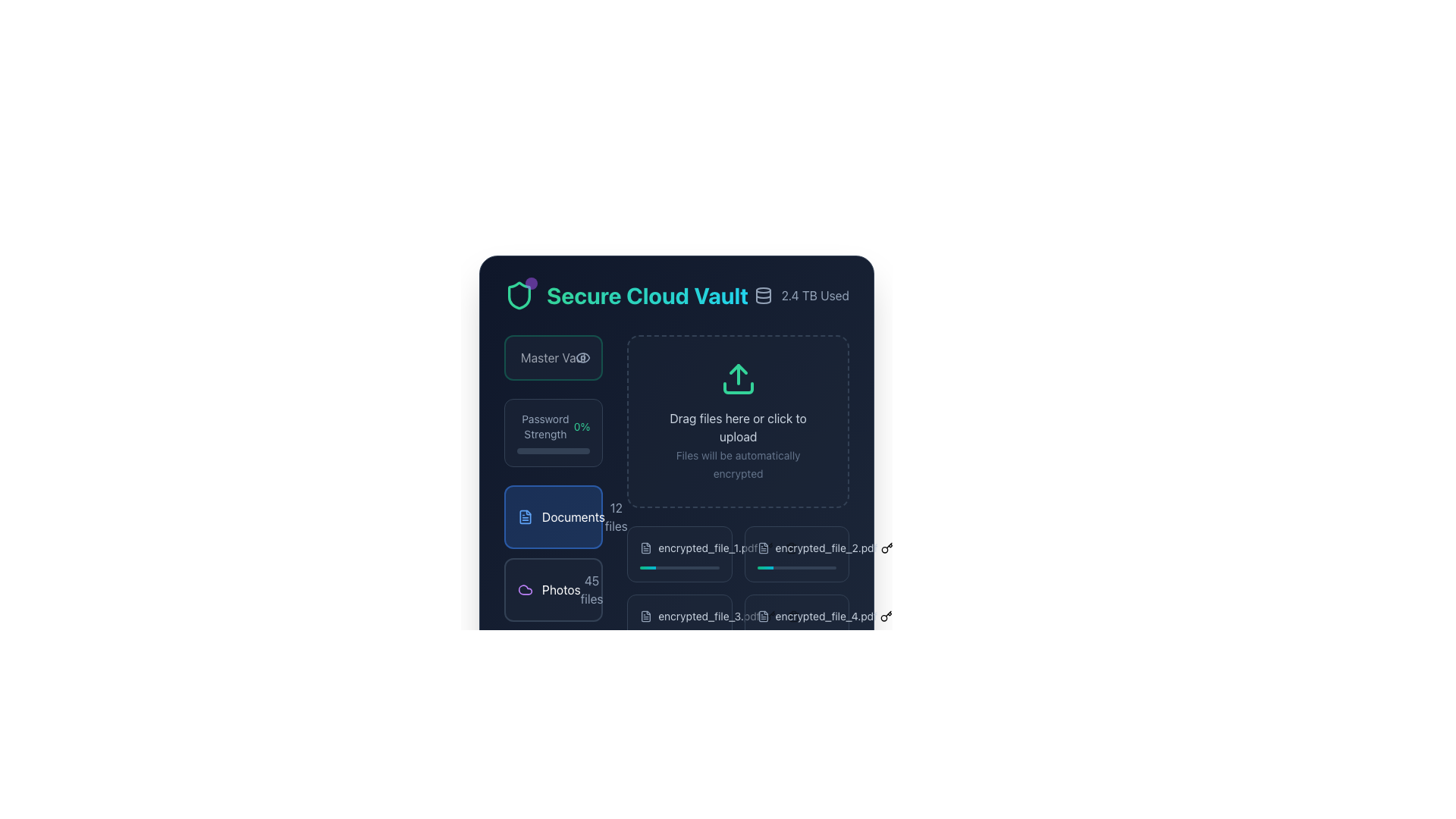 The image size is (1456, 819). I want to click on the navigational item for photos, which is the second item in a vertical list following 'Documents', so click(553, 589).